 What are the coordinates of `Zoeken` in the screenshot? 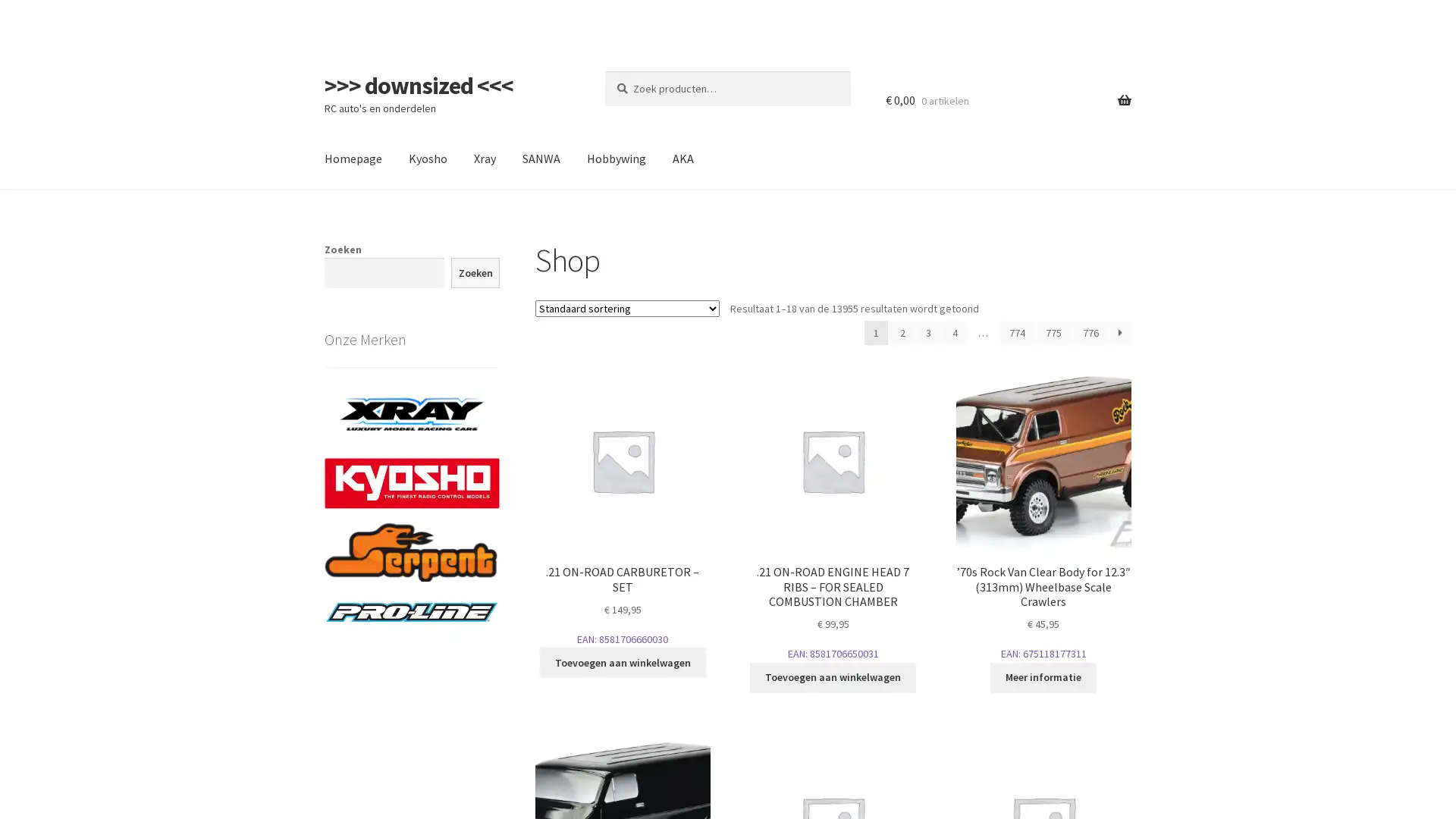 It's located at (604, 70).